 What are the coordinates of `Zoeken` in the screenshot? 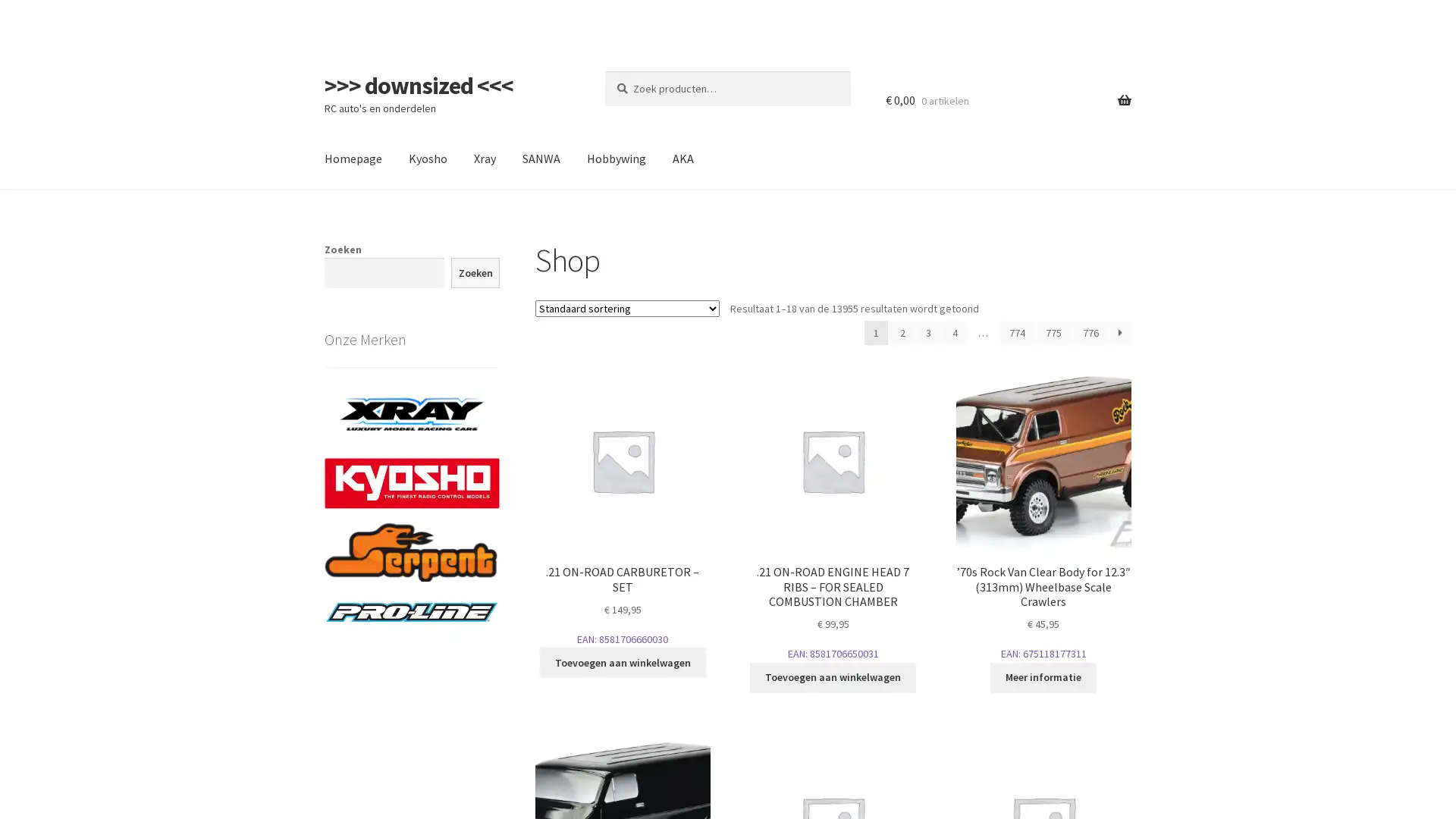 It's located at (604, 70).